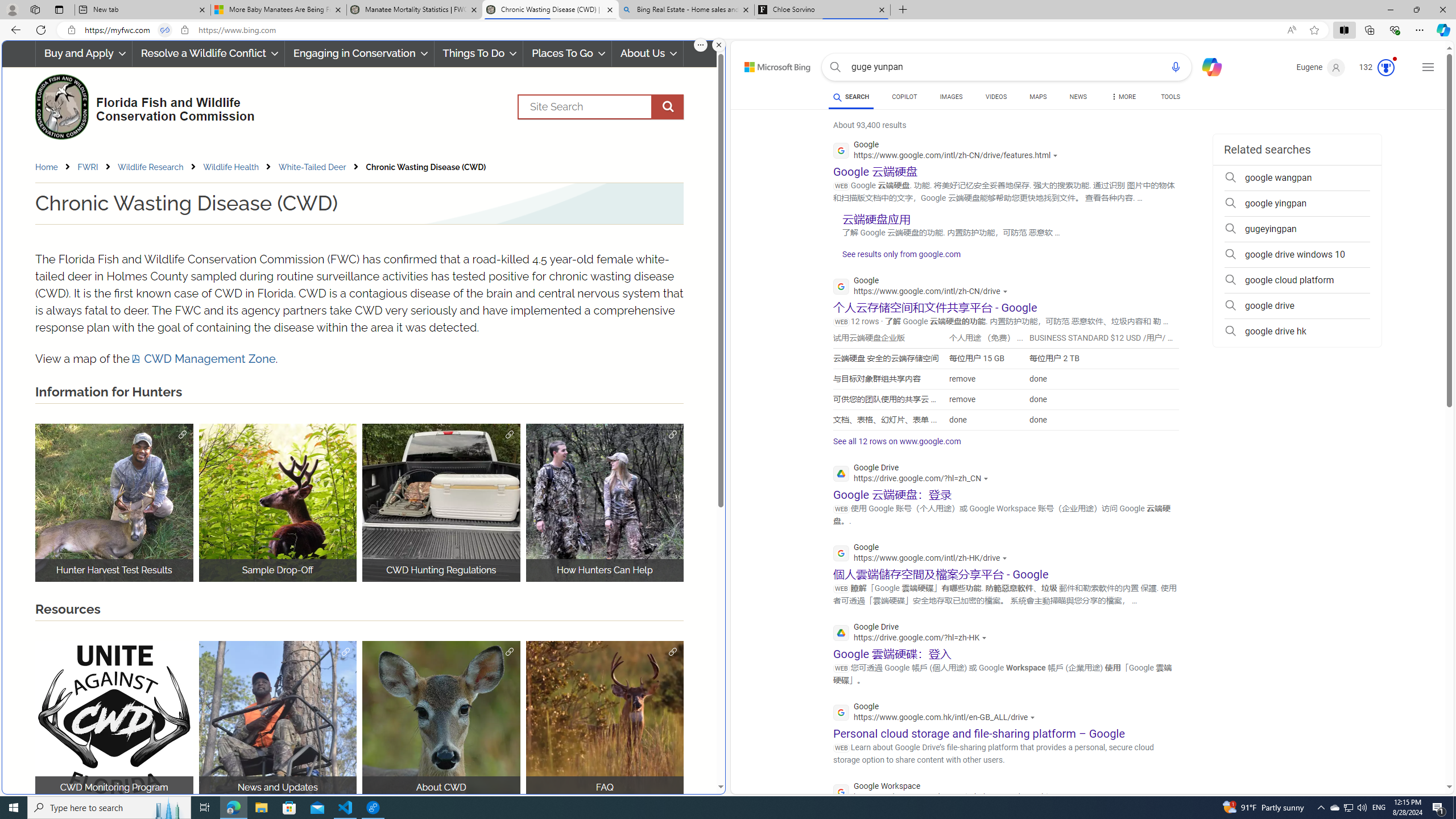  What do you see at coordinates (1170, 96) in the screenshot?
I see `'TOOLS'` at bounding box center [1170, 96].